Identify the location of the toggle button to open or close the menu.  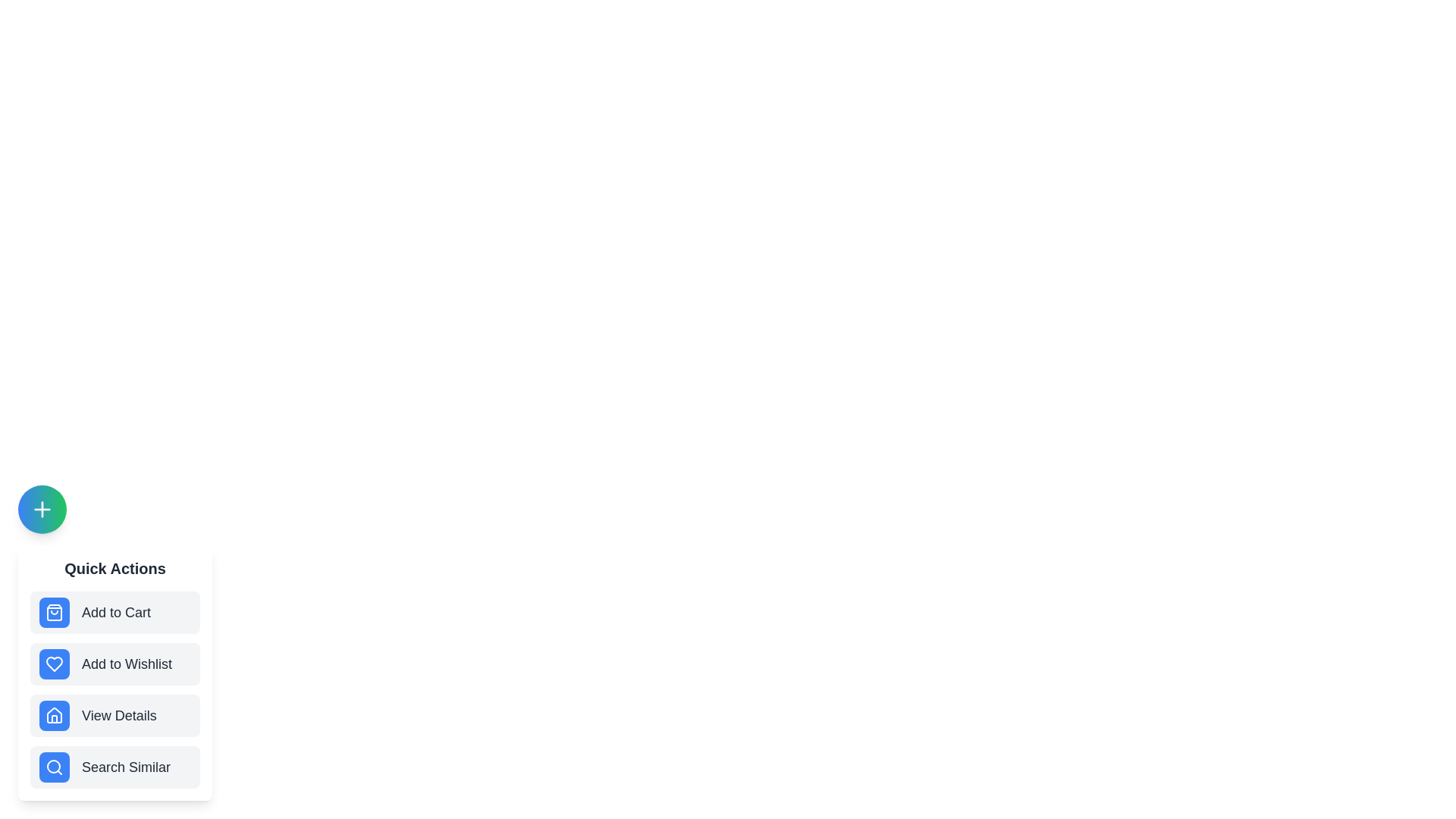
(42, 509).